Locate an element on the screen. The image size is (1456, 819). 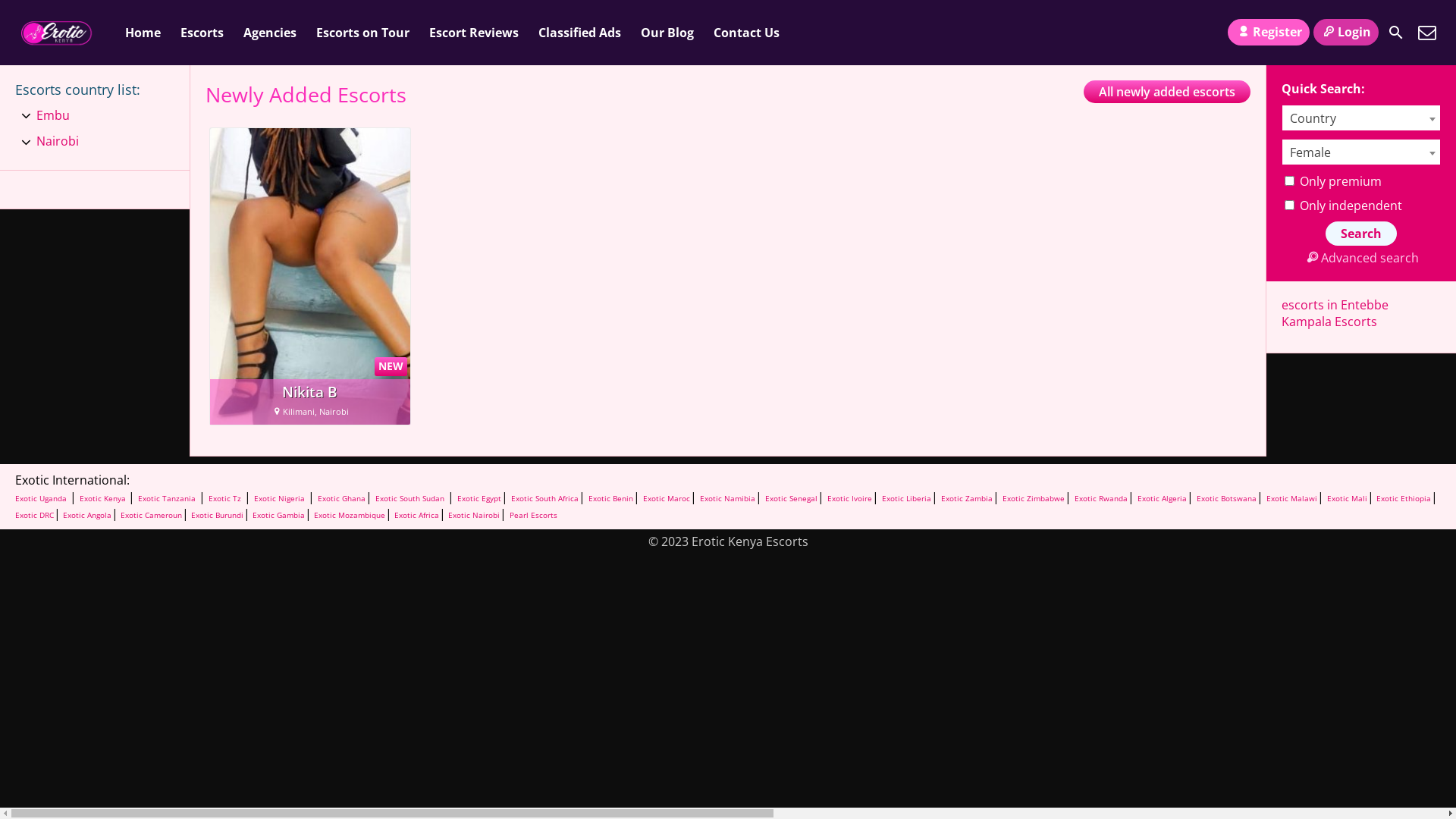
'Exotic Uganda' is located at coordinates (40, 497).